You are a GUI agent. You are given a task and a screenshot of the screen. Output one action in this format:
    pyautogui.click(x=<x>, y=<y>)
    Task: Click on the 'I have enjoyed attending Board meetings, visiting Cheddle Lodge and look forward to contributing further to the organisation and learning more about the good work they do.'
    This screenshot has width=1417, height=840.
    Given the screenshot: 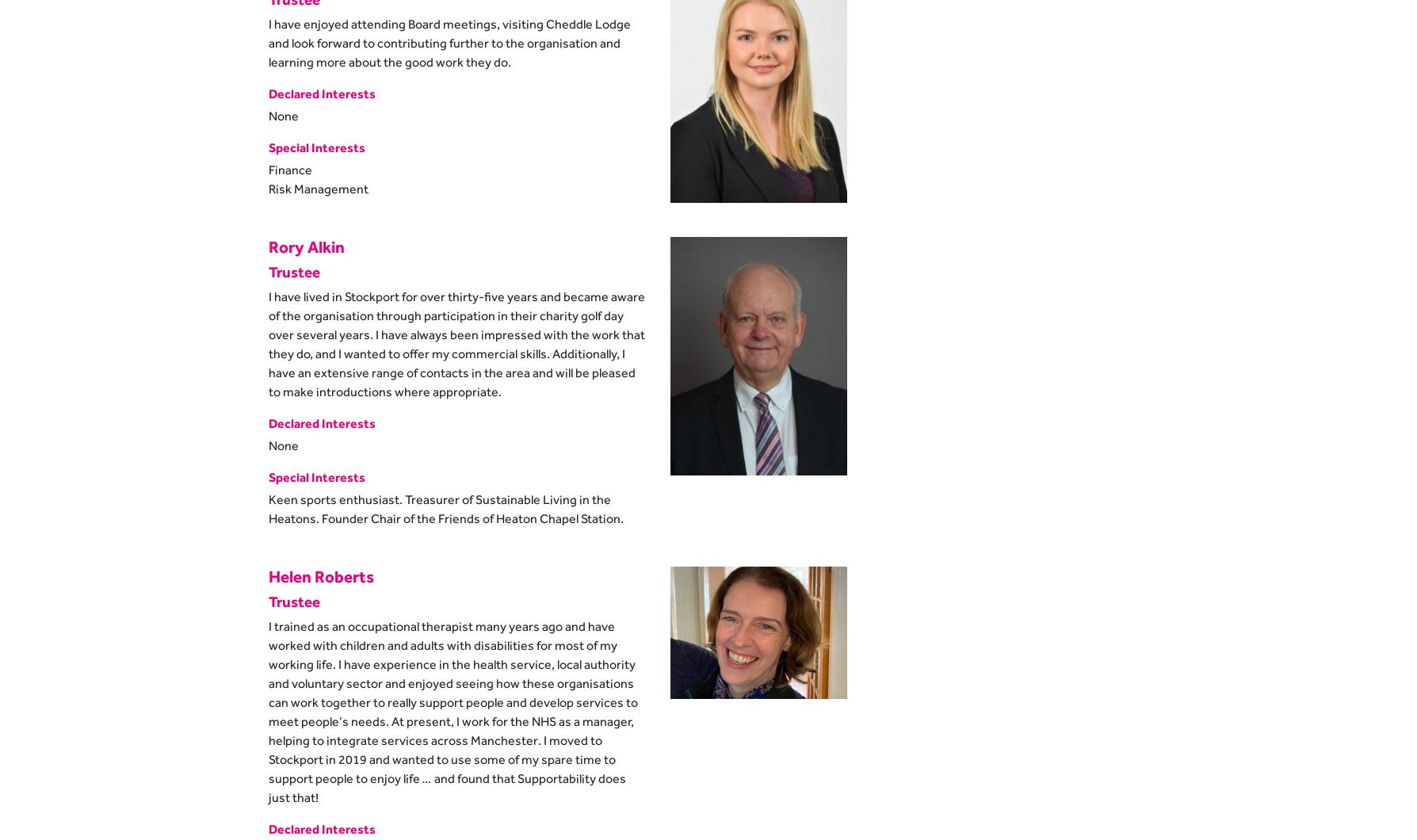 What is the action you would take?
    pyautogui.click(x=449, y=42)
    